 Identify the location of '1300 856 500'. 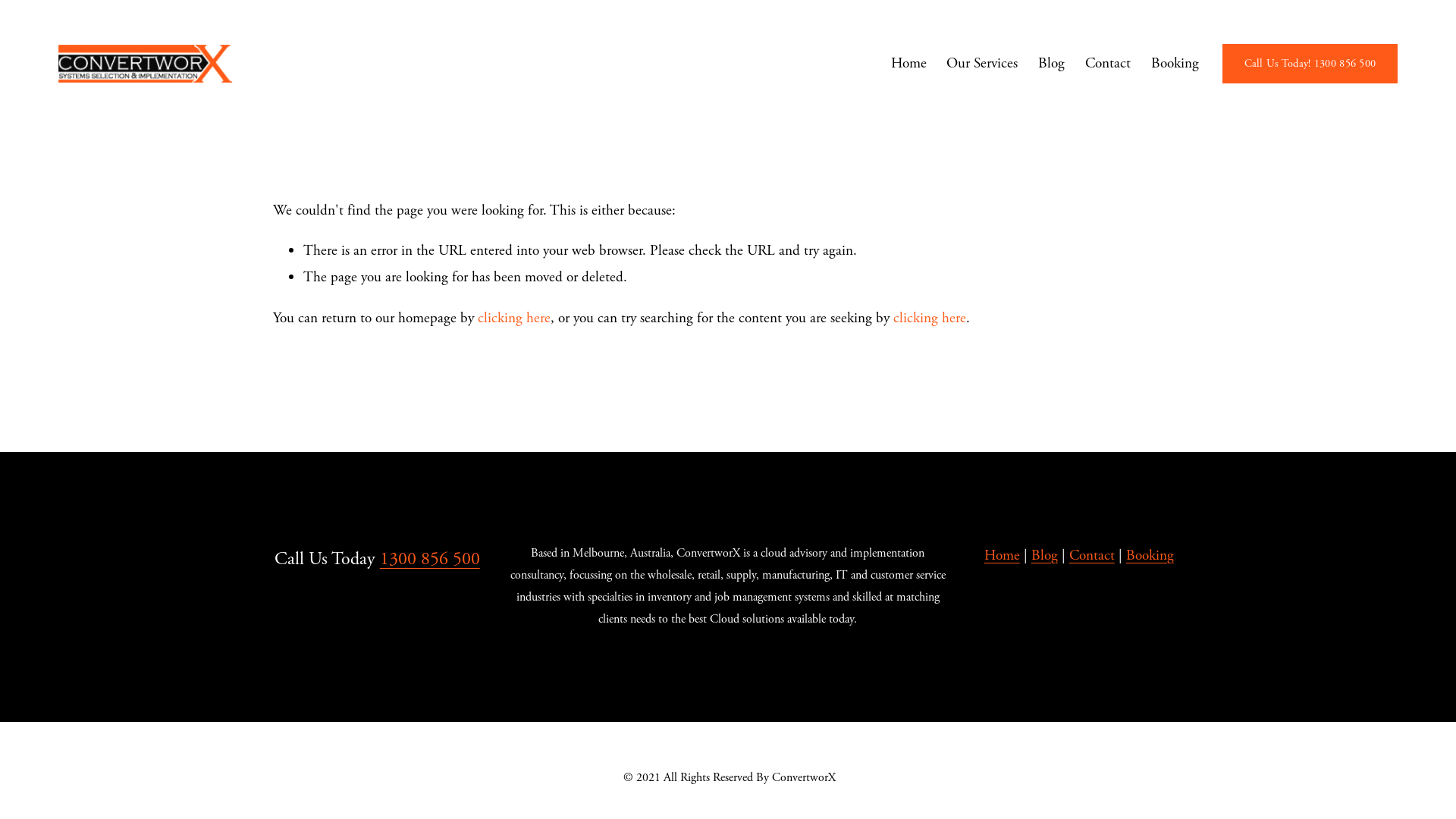
(428, 559).